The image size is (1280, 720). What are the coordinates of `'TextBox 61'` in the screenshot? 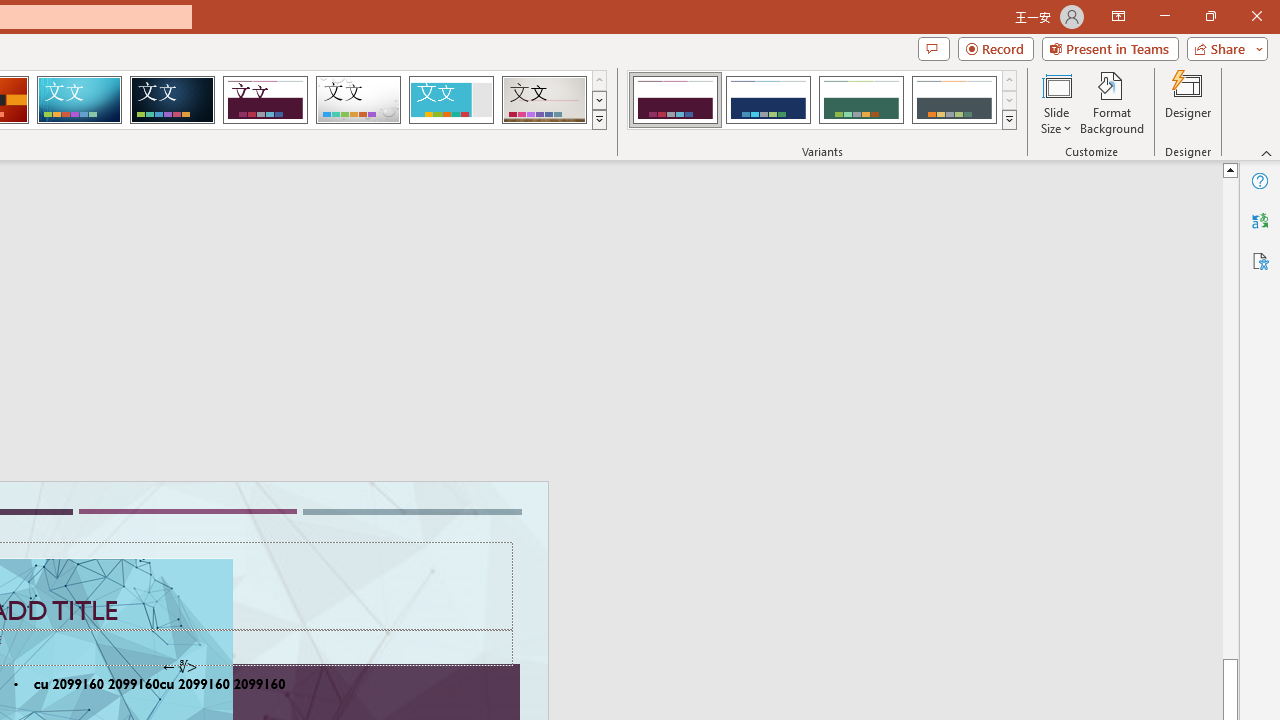 It's located at (186, 685).